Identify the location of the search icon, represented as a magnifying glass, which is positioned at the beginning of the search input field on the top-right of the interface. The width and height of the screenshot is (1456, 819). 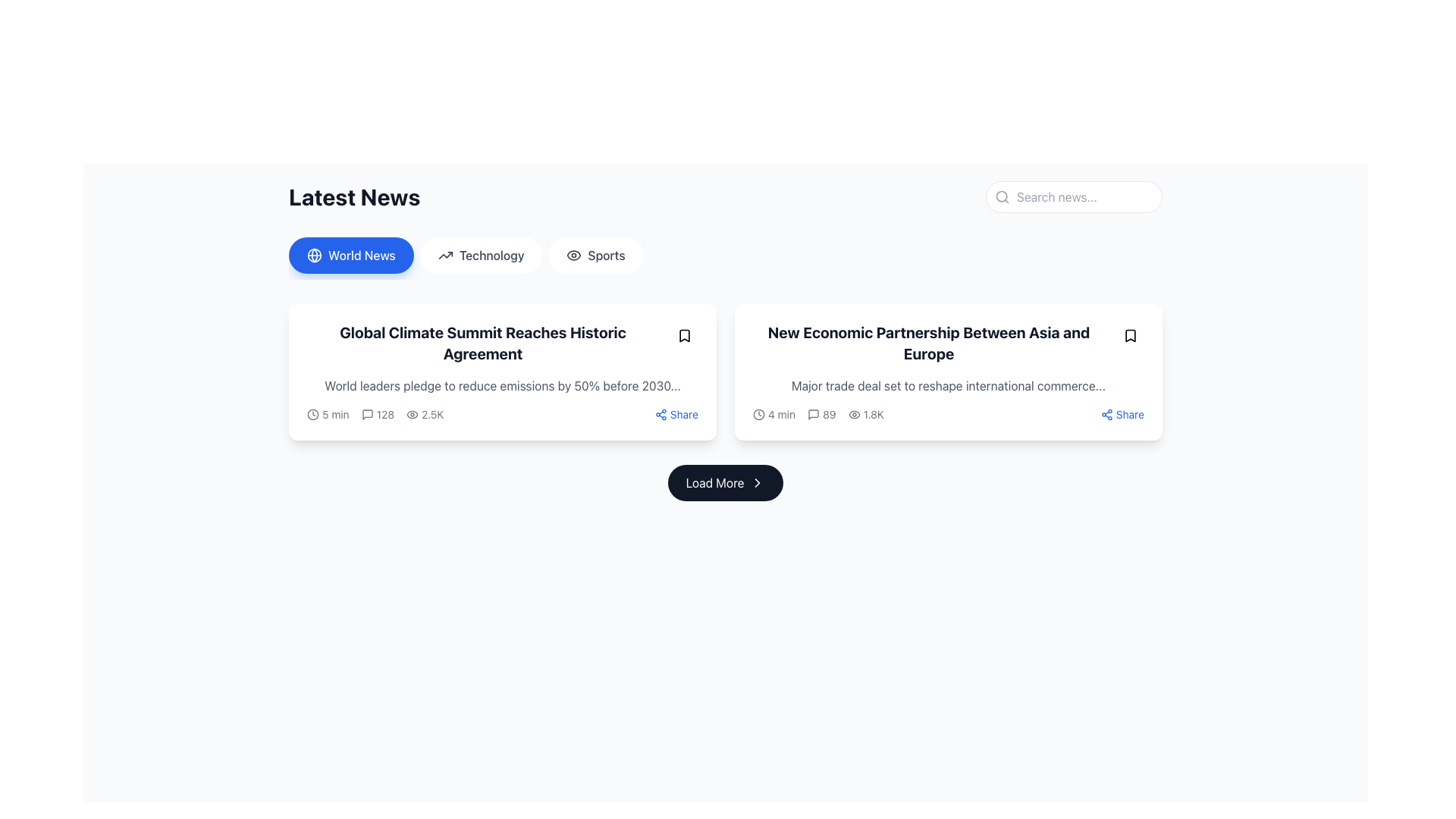
(1002, 196).